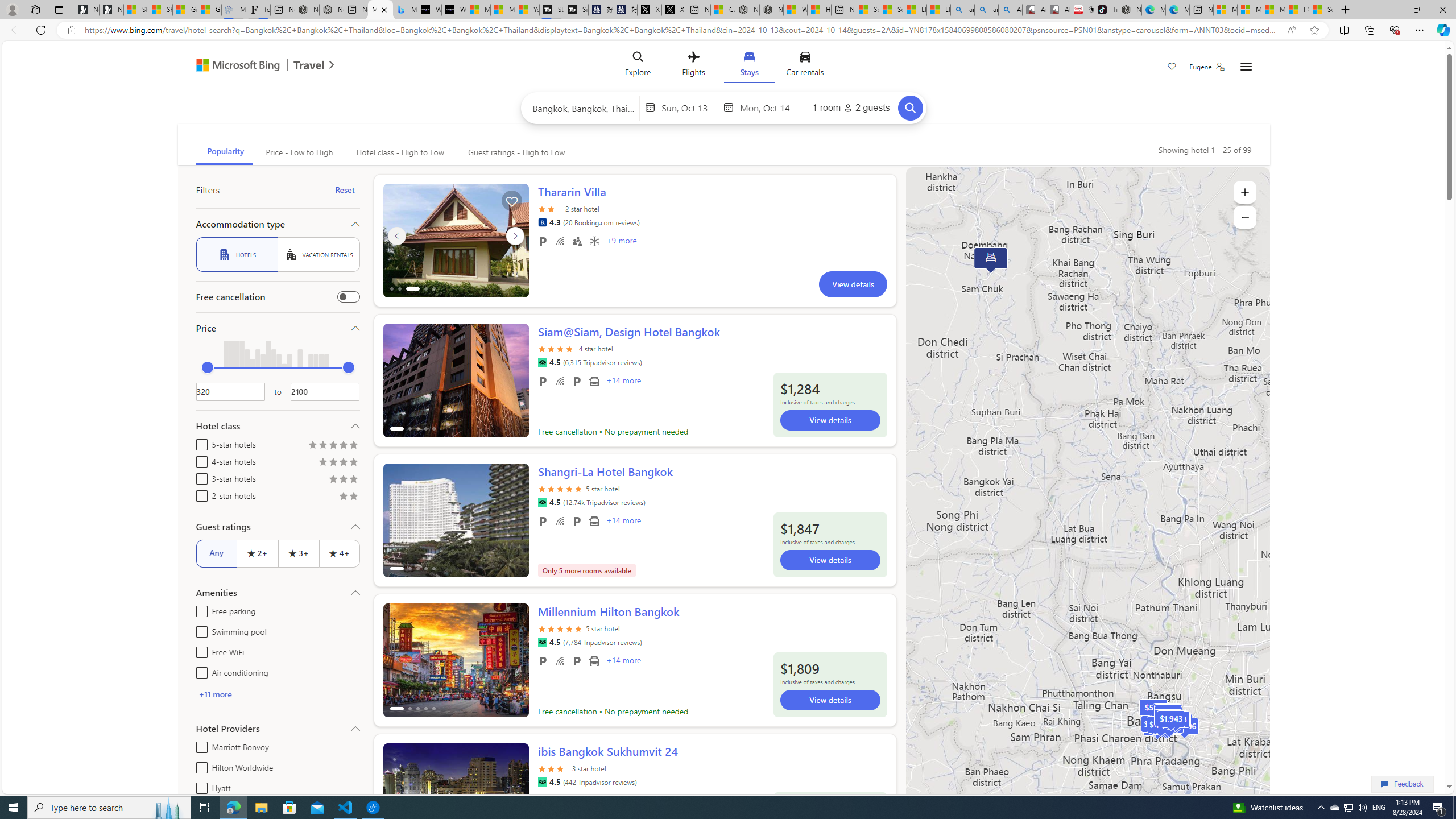  I want to click on '5-star hotels', so click(199, 442).